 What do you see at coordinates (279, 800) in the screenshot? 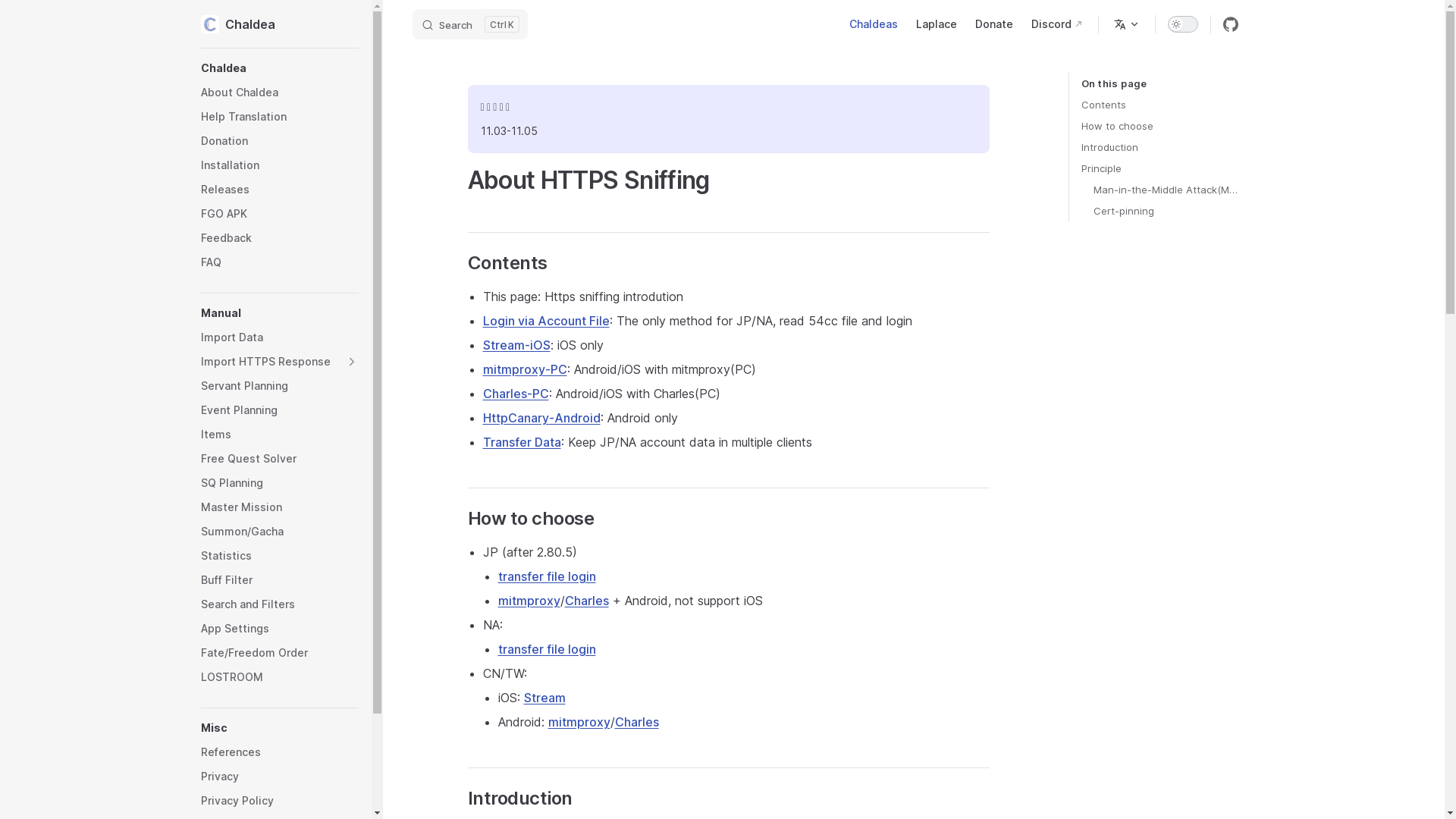
I see `'Privacy Policy'` at bounding box center [279, 800].